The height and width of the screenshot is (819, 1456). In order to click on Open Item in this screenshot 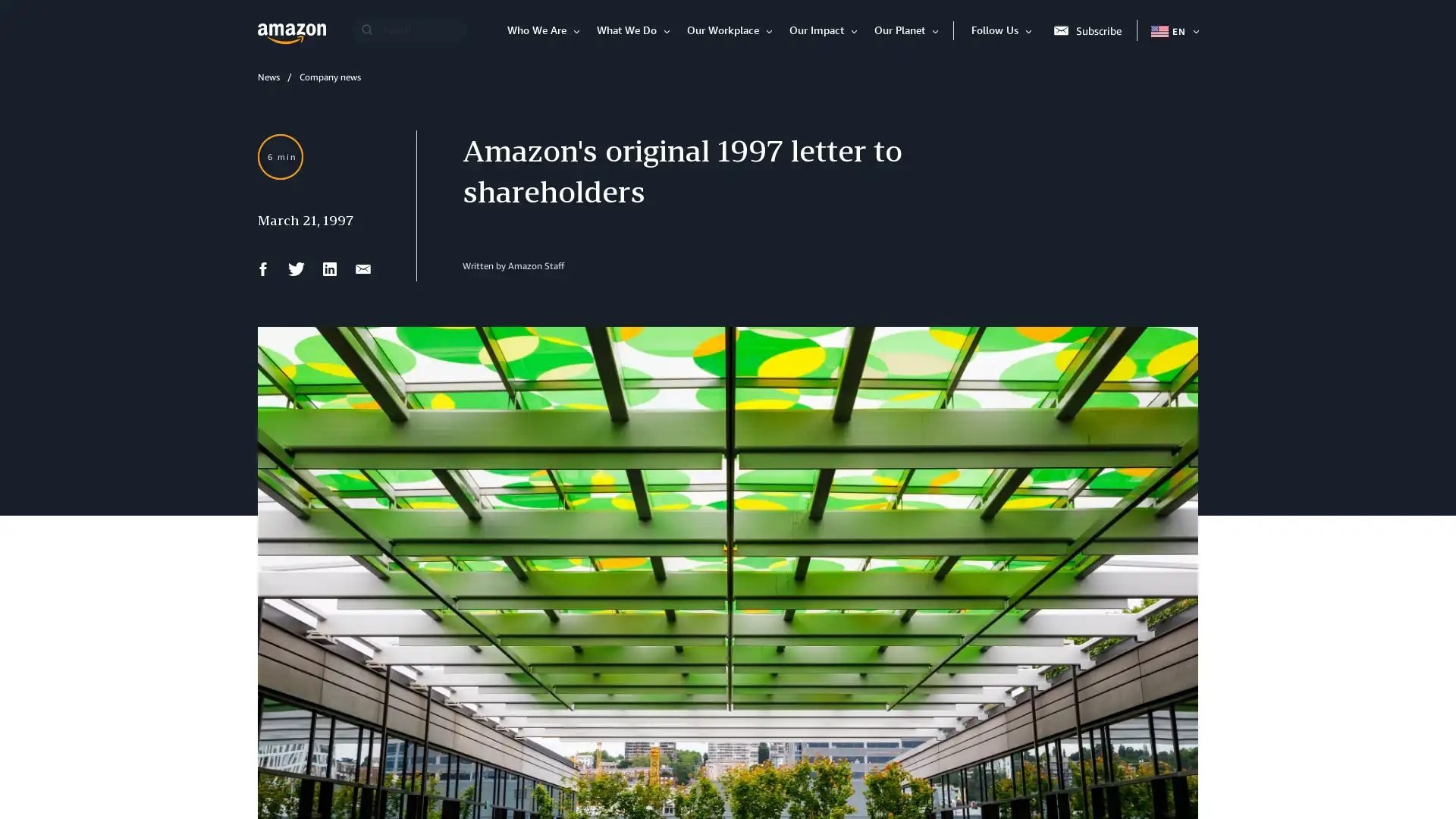, I will do `click(937, 30)`.